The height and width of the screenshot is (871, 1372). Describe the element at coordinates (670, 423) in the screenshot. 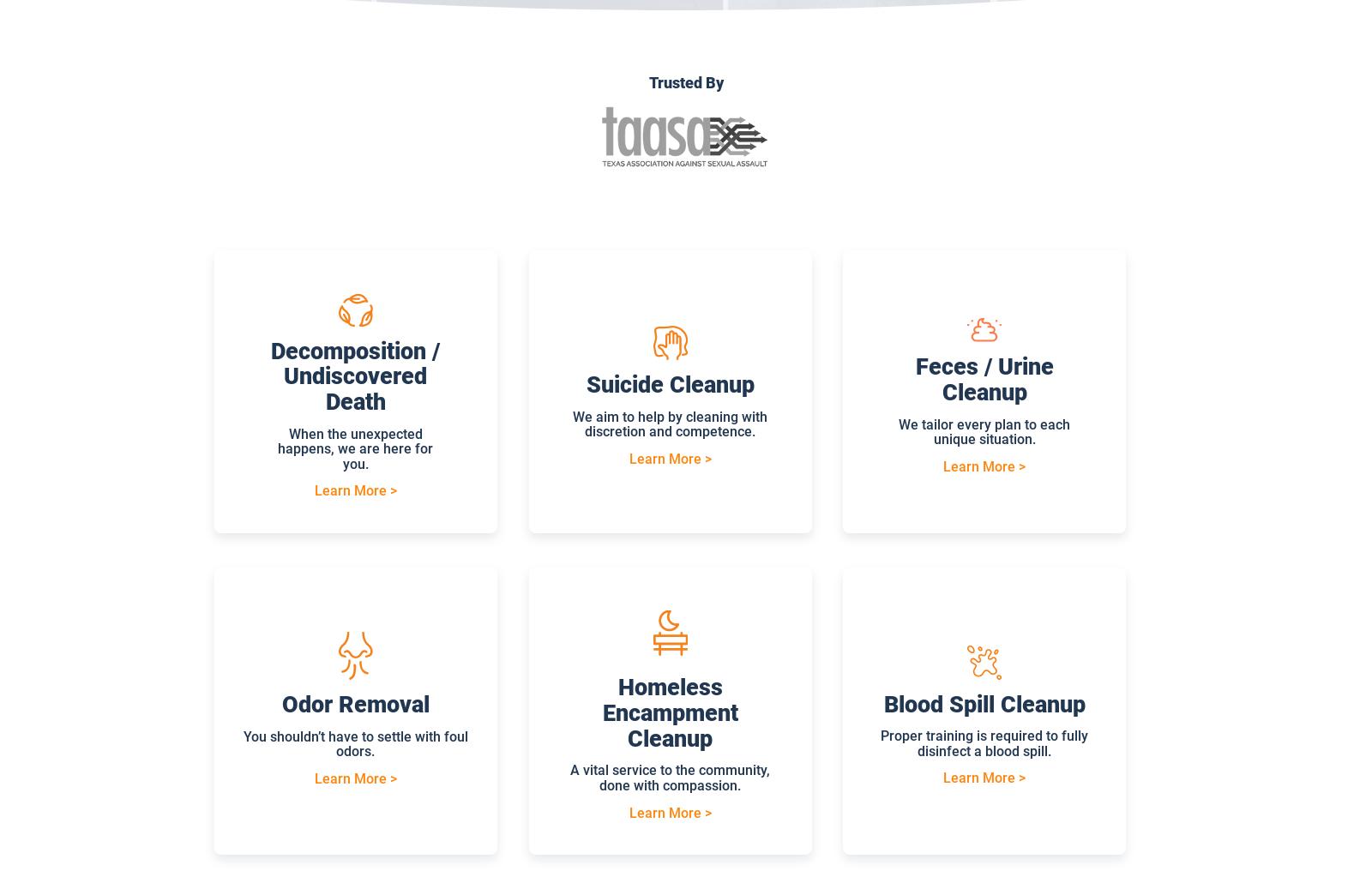

I see `'We aim to help by cleaning with discretion and competence.'` at that location.